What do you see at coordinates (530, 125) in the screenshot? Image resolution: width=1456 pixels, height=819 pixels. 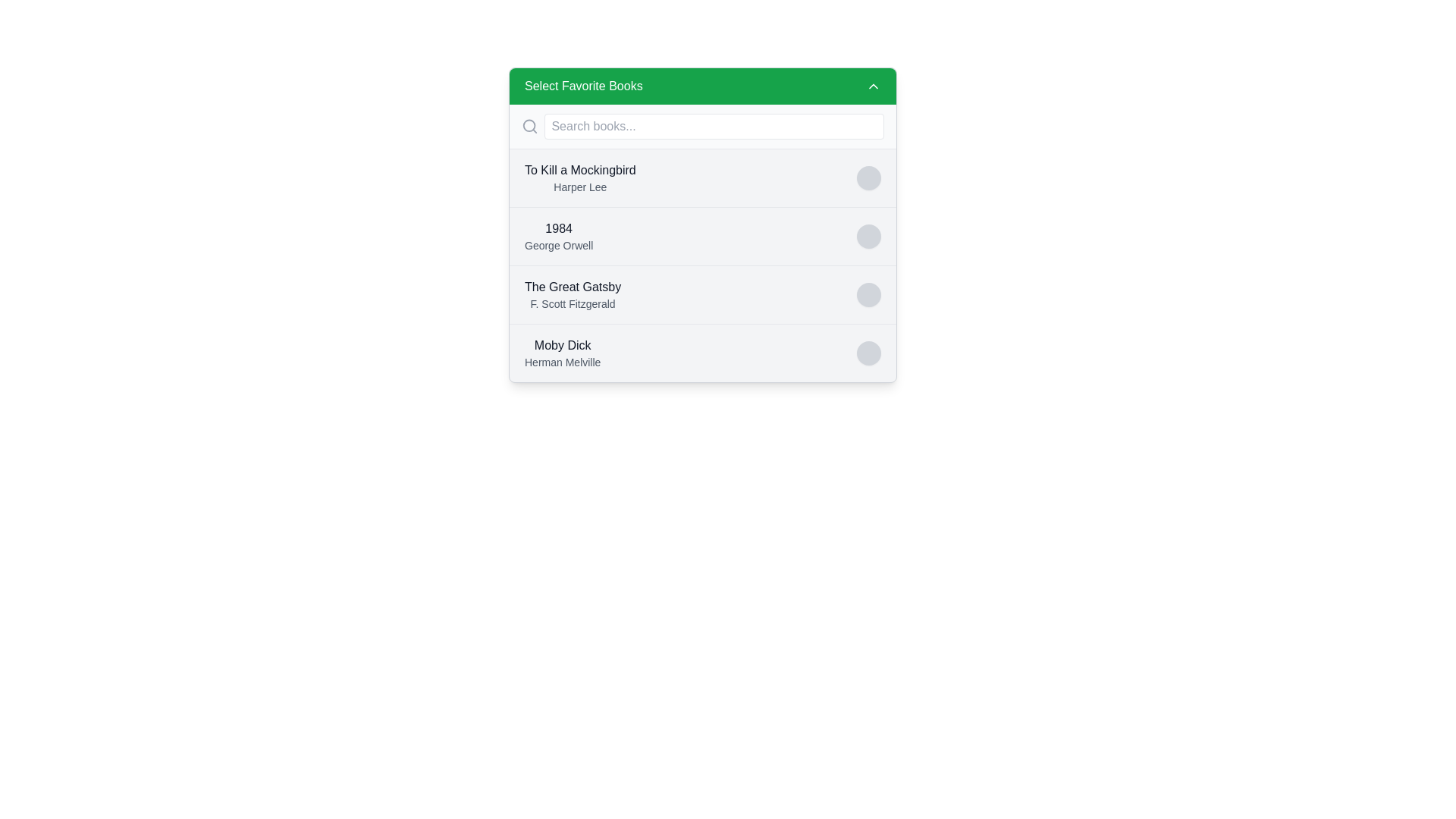 I see `the search icon, which is a gray magnifying glass outline located to the left of the text input field labeled 'Search books...'` at bounding box center [530, 125].